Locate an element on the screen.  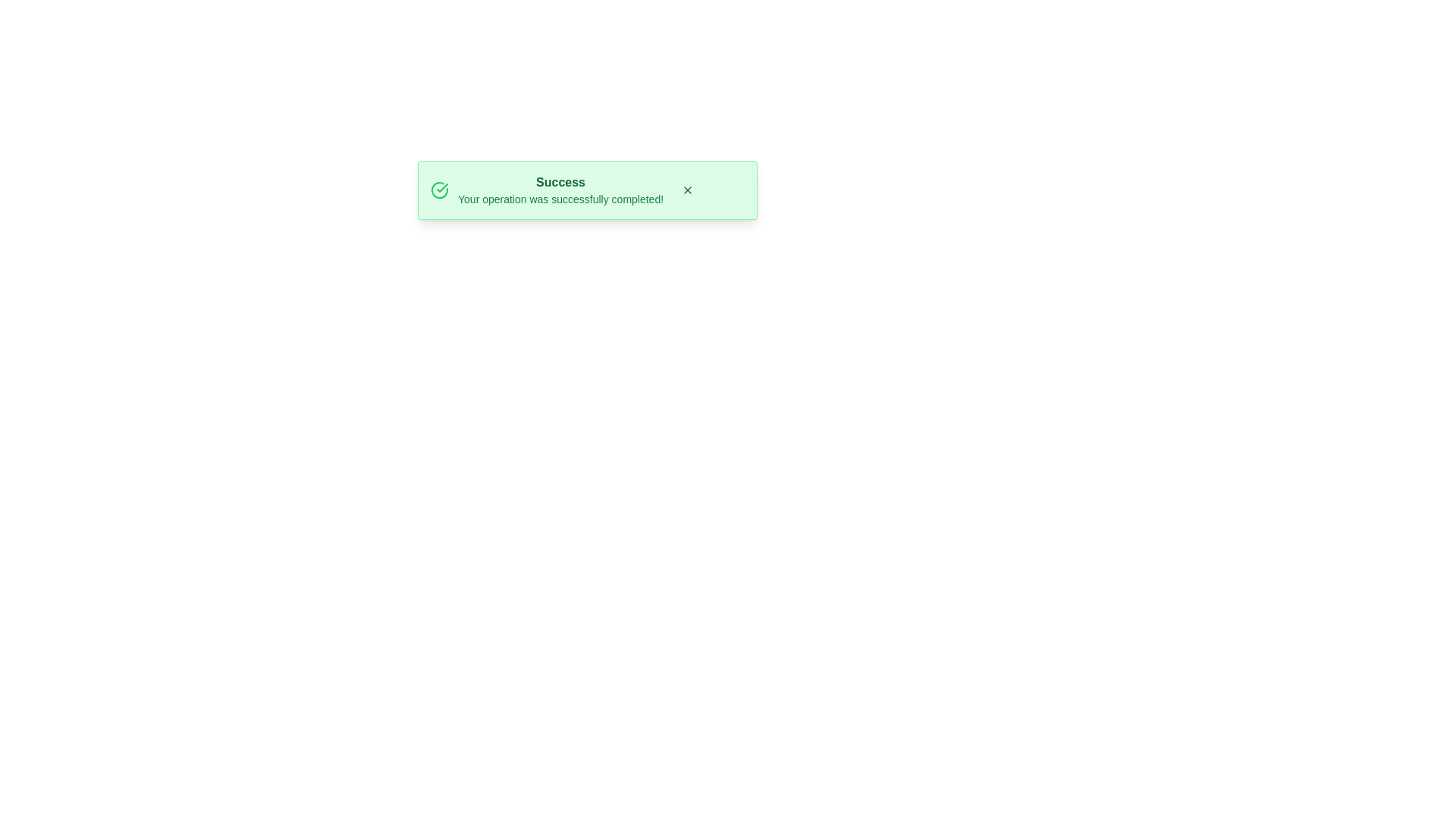
the text 'Success' in the snackbar is located at coordinates (560, 181).